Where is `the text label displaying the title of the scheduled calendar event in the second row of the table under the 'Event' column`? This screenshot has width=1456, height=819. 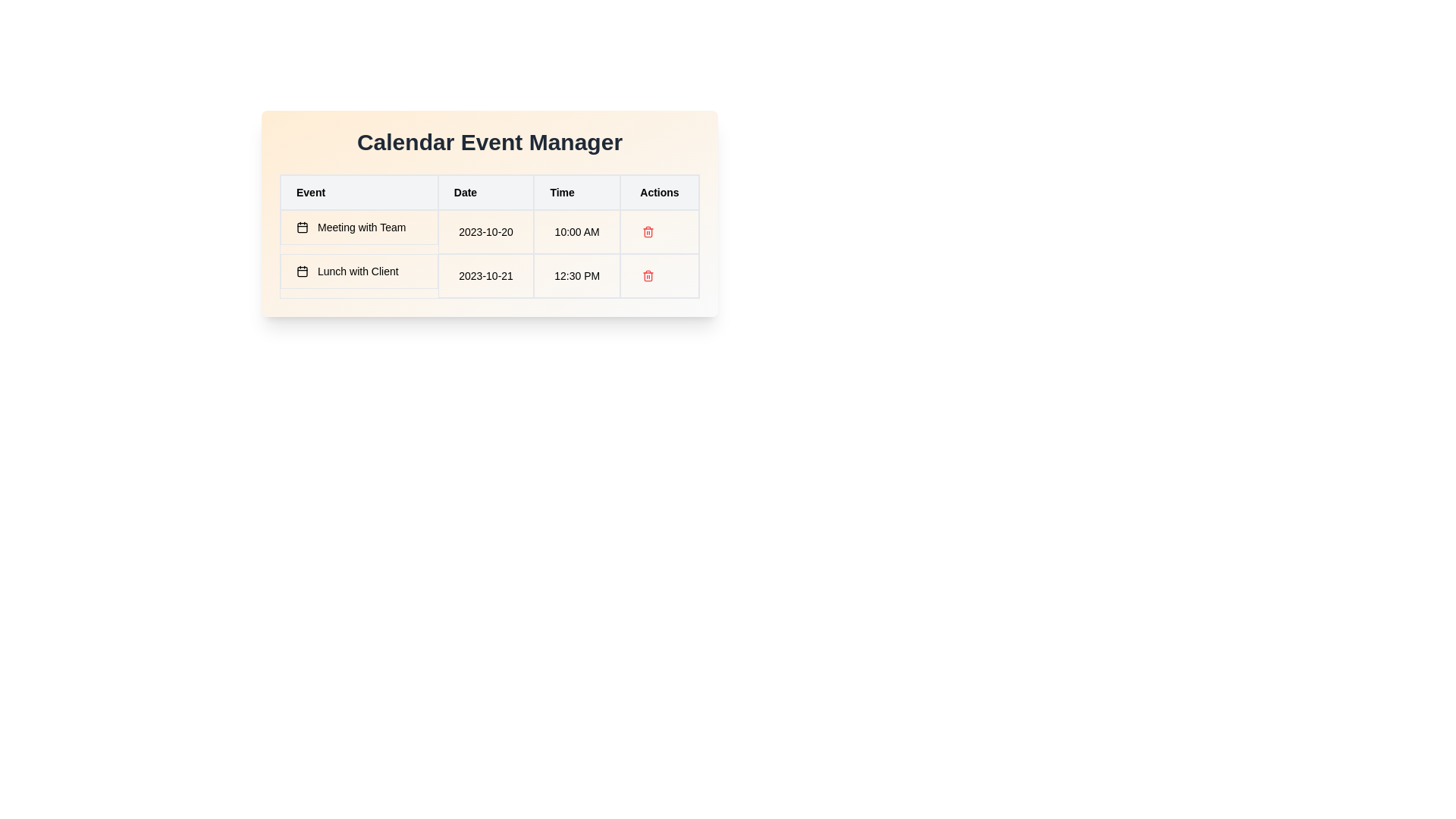
the text label displaying the title of the scheduled calendar event in the second row of the table under the 'Event' column is located at coordinates (358, 271).